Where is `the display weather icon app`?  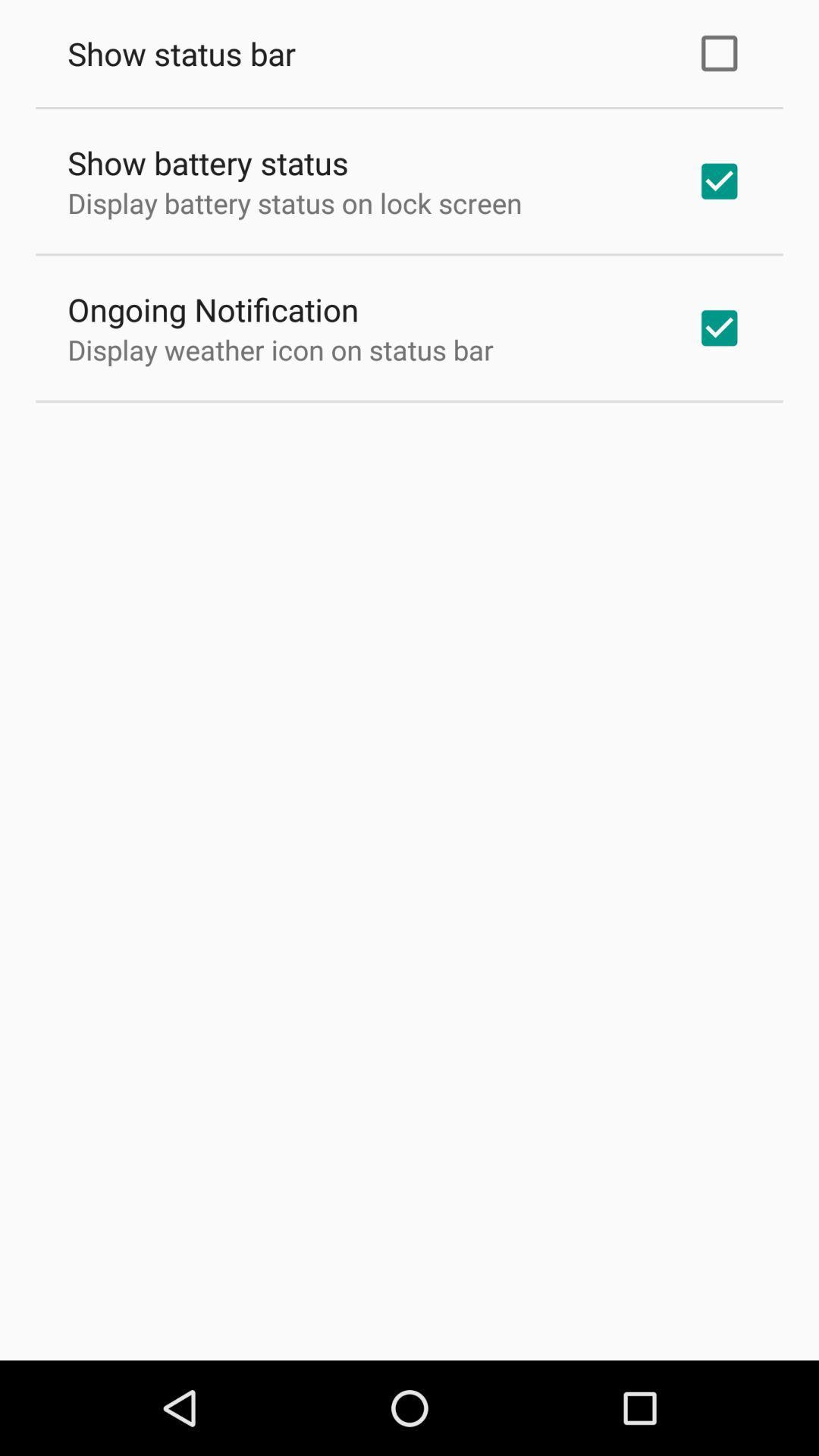 the display weather icon app is located at coordinates (281, 349).